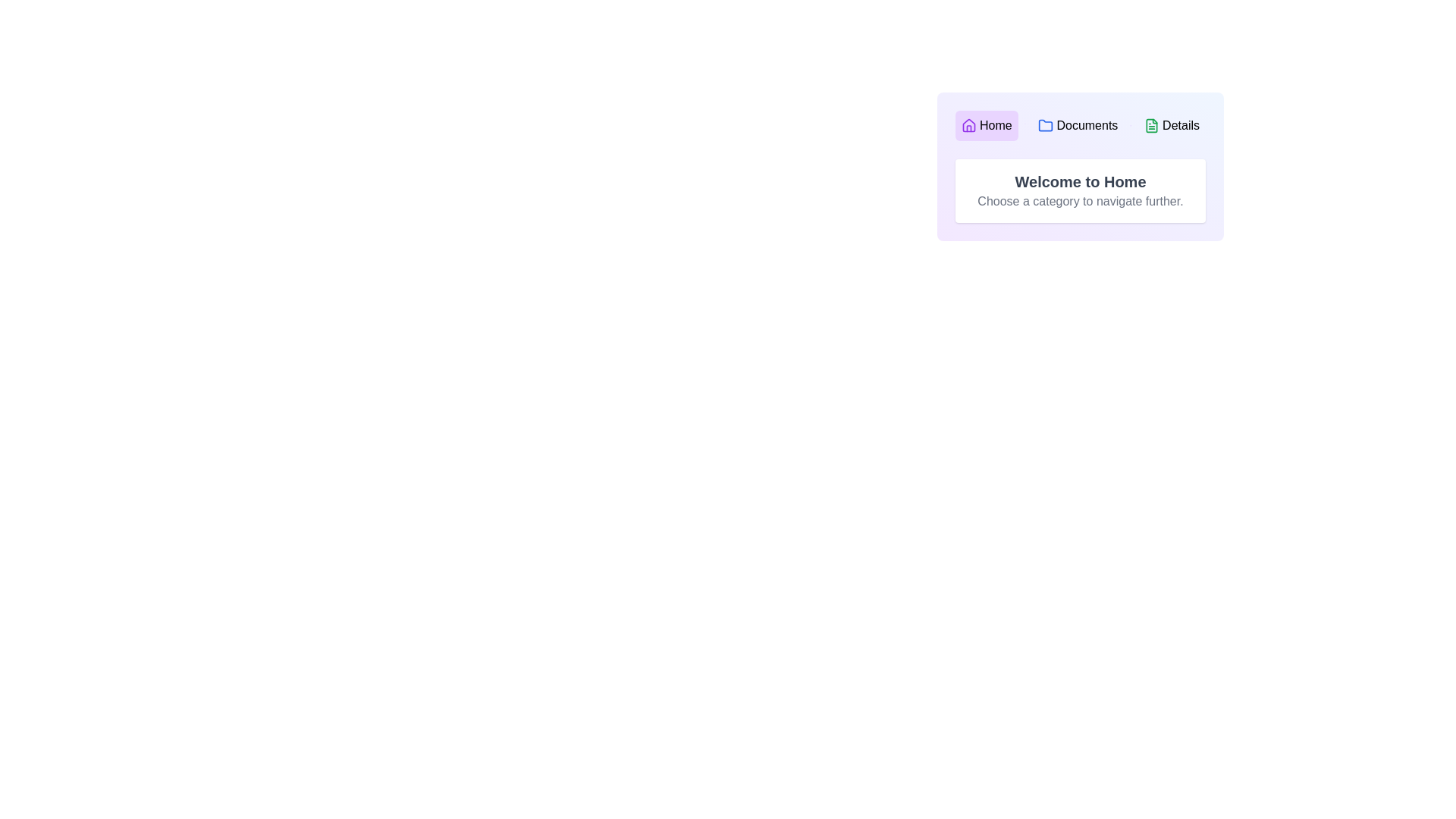 This screenshot has height=819, width=1456. Describe the element at coordinates (1086, 124) in the screenshot. I see `the 'Documents' text label in the top-center navigation menu` at that location.